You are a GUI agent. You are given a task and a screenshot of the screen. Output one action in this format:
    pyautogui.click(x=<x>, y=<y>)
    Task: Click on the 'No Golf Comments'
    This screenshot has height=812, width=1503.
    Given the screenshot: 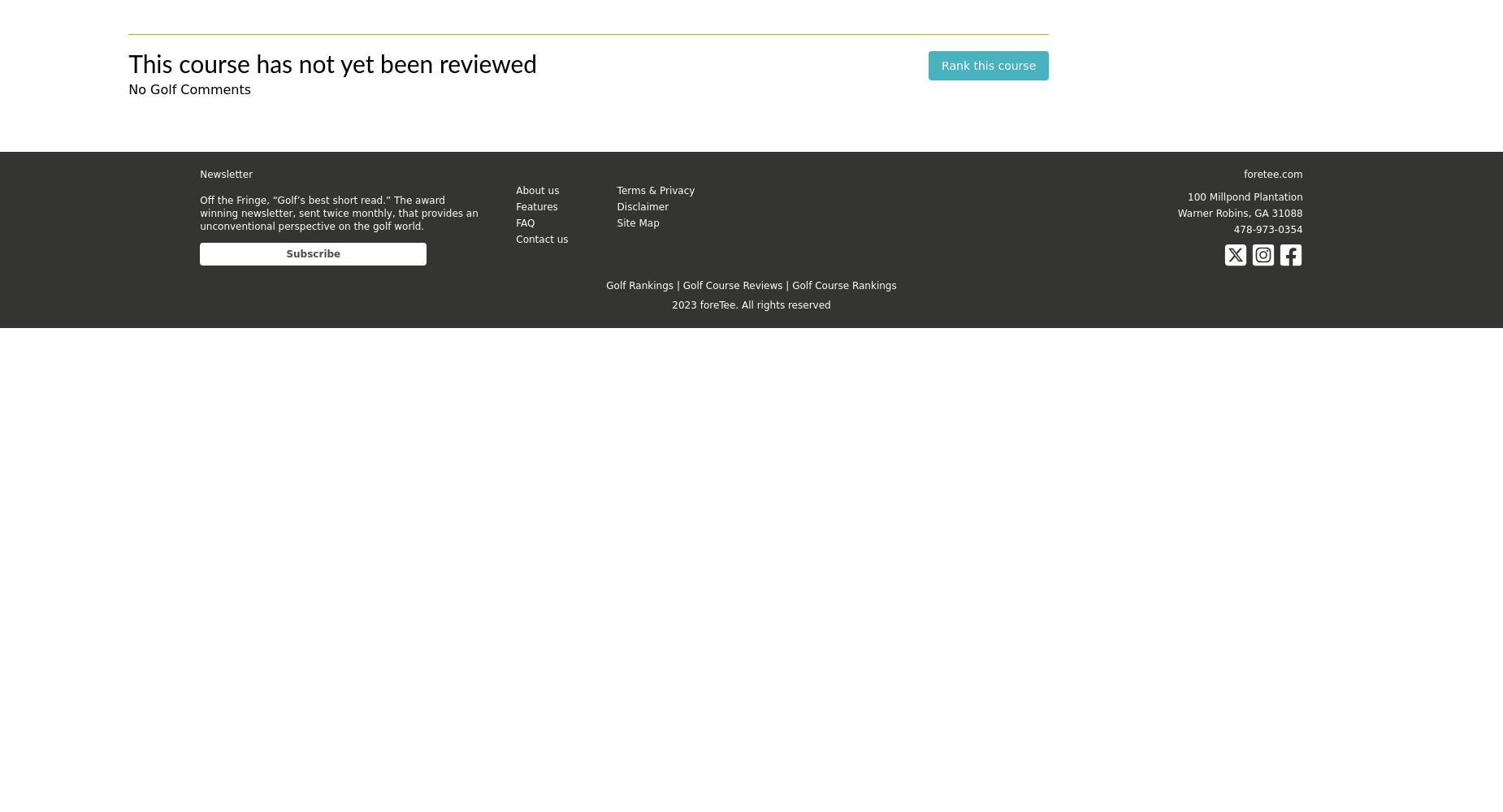 What is the action you would take?
    pyautogui.click(x=127, y=89)
    